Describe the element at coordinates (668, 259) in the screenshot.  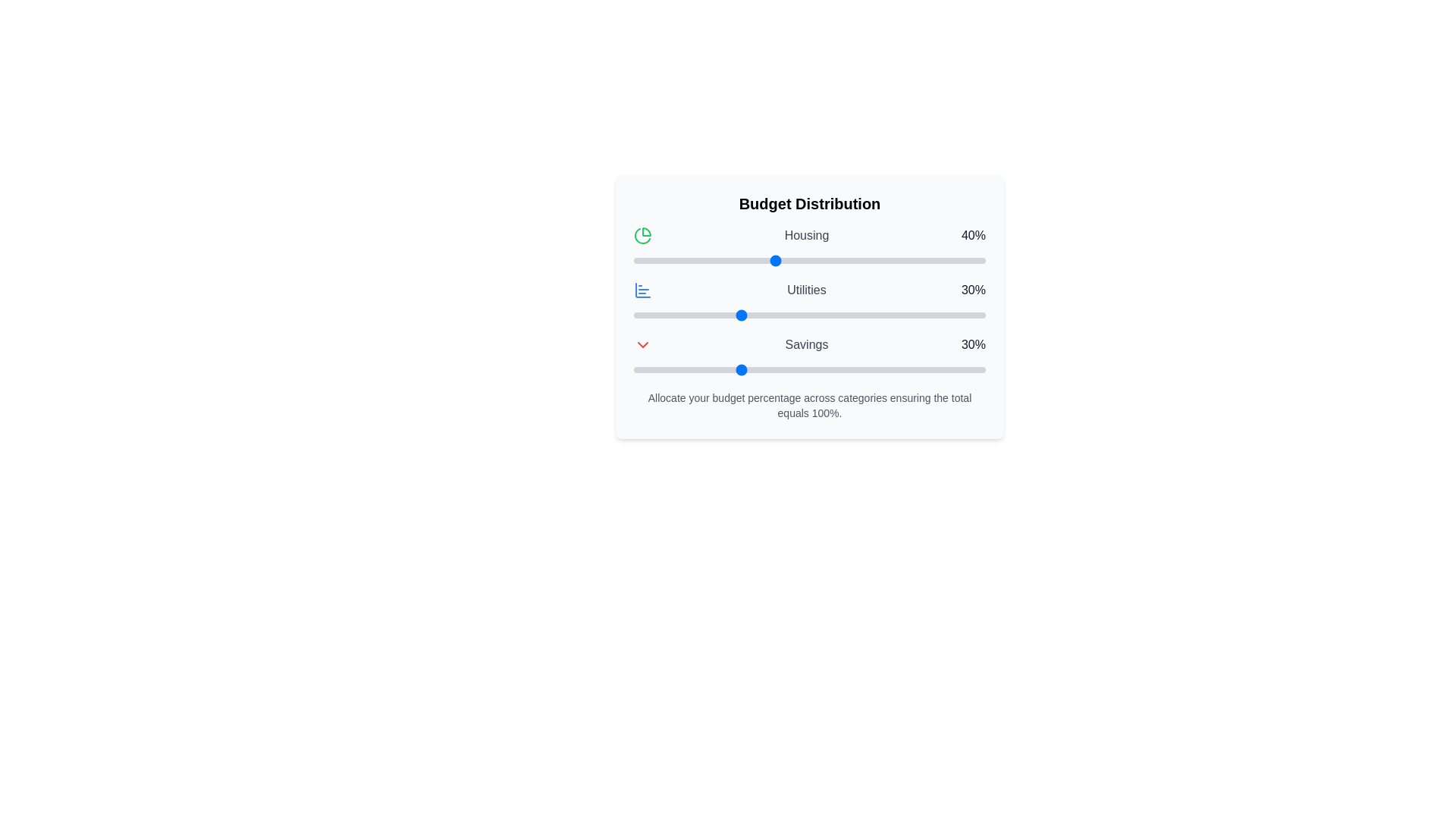
I see `housing budget` at that location.